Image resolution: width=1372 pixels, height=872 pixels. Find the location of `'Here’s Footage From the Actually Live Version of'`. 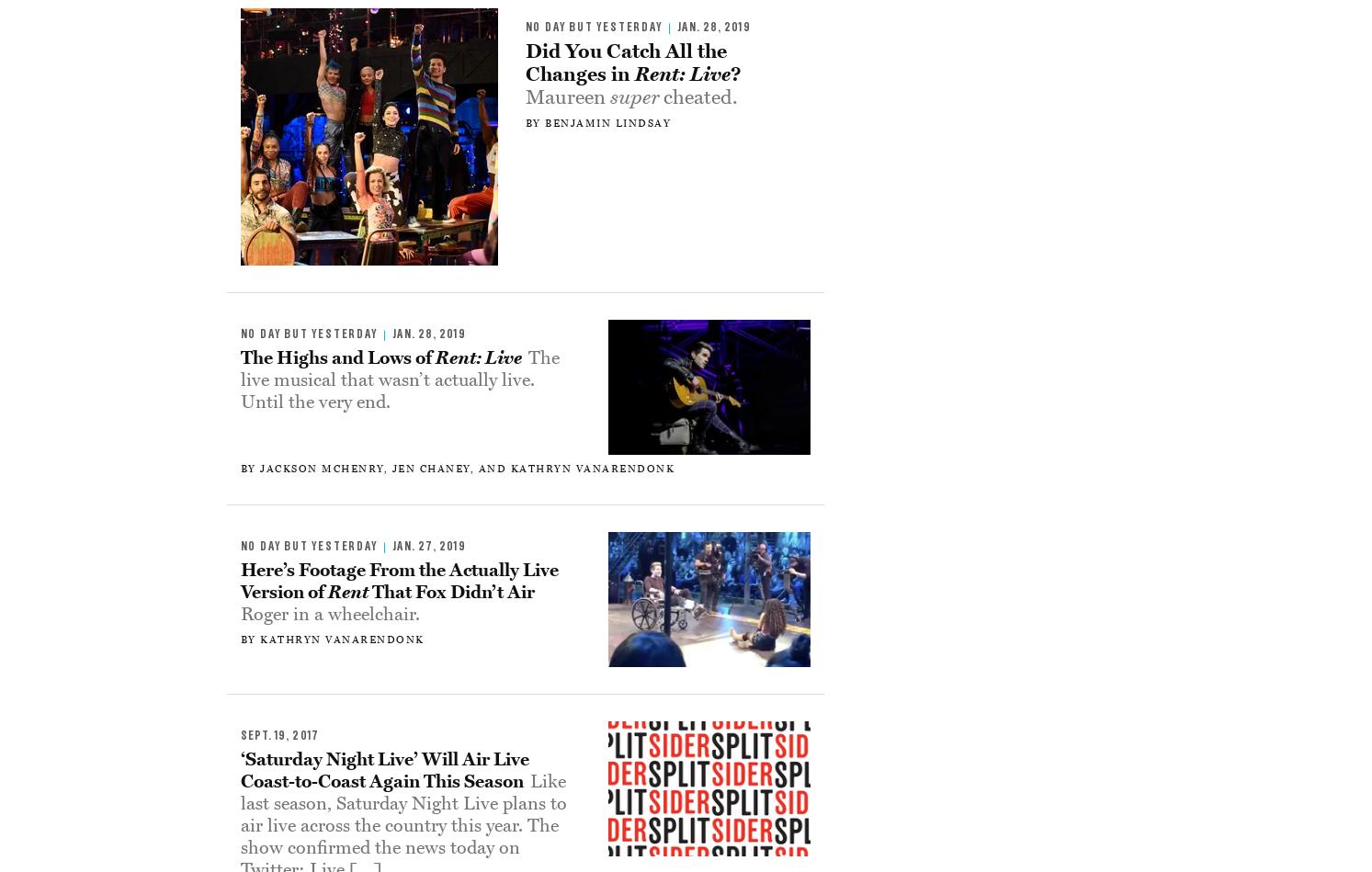

'Here’s Footage From the Actually Live Version of' is located at coordinates (239, 580).